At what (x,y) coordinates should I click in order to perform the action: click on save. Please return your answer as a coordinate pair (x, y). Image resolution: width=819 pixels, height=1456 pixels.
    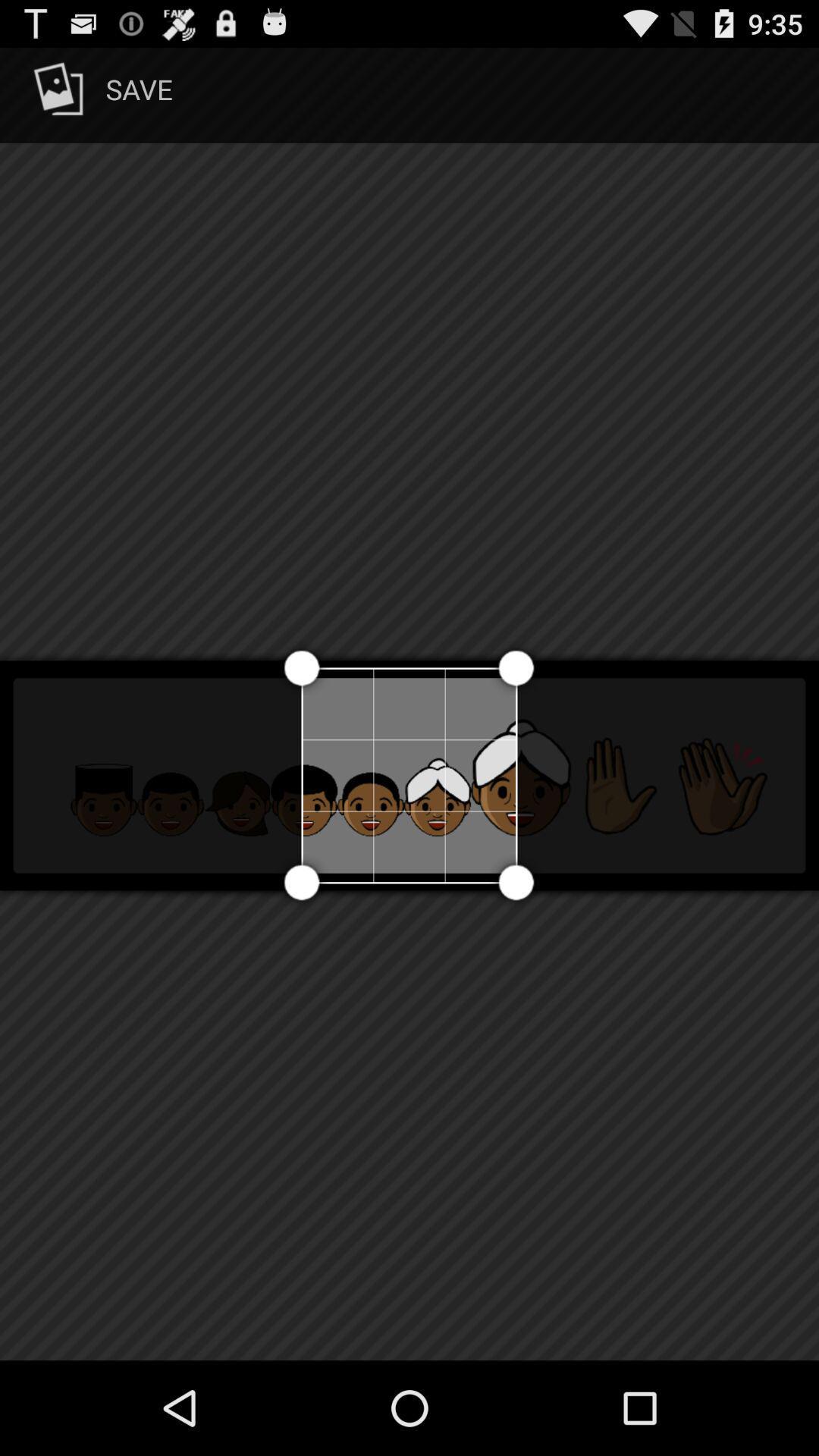
    Looking at the image, I should click on (100, 94).